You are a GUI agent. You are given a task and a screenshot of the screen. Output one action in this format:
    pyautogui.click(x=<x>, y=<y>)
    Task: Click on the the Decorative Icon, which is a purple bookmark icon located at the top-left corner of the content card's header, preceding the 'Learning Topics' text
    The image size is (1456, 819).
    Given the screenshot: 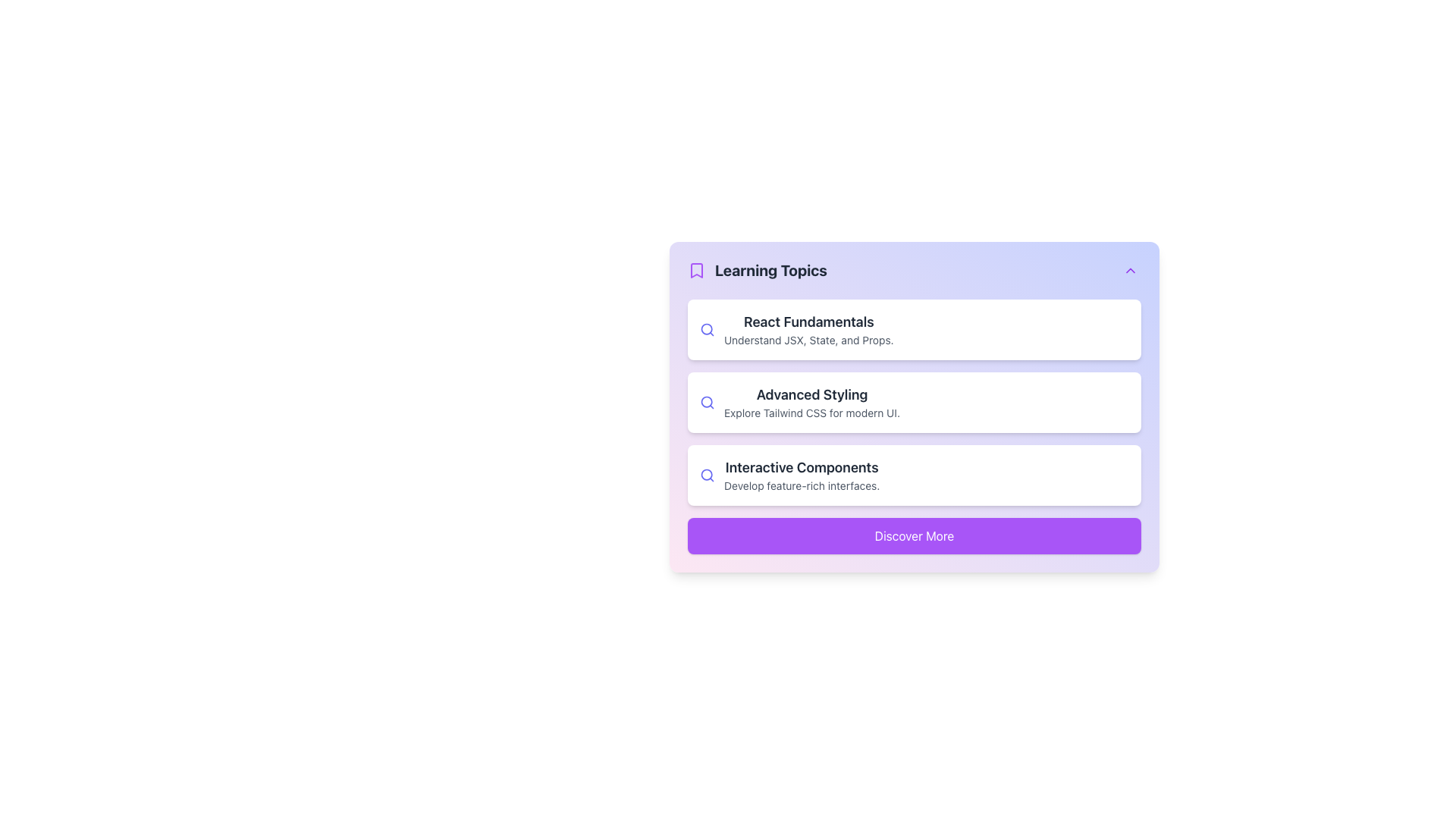 What is the action you would take?
    pyautogui.click(x=695, y=270)
    